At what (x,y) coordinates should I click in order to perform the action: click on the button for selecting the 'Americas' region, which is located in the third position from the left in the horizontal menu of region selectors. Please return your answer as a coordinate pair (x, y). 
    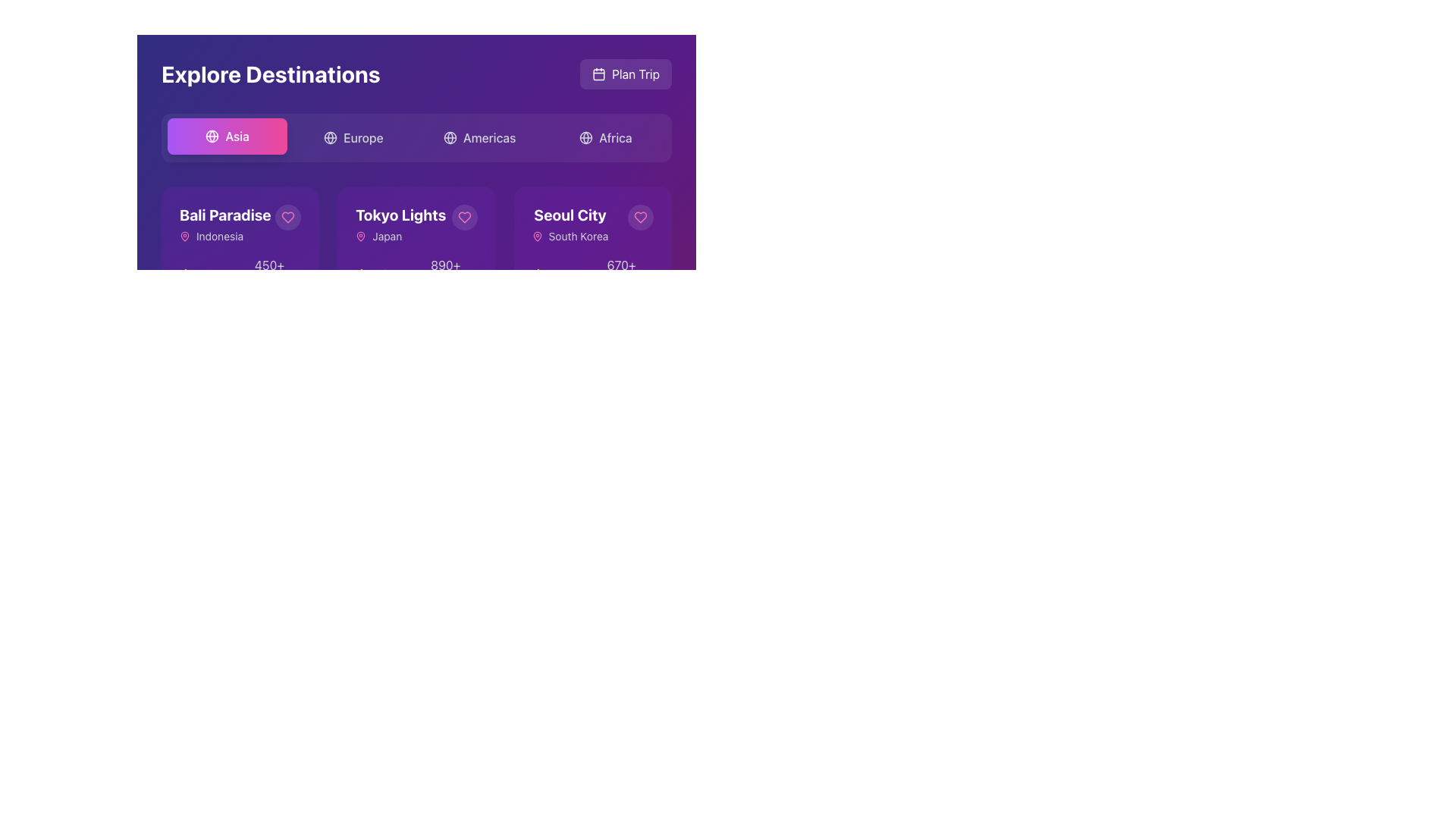
    Looking at the image, I should click on (479, 137).